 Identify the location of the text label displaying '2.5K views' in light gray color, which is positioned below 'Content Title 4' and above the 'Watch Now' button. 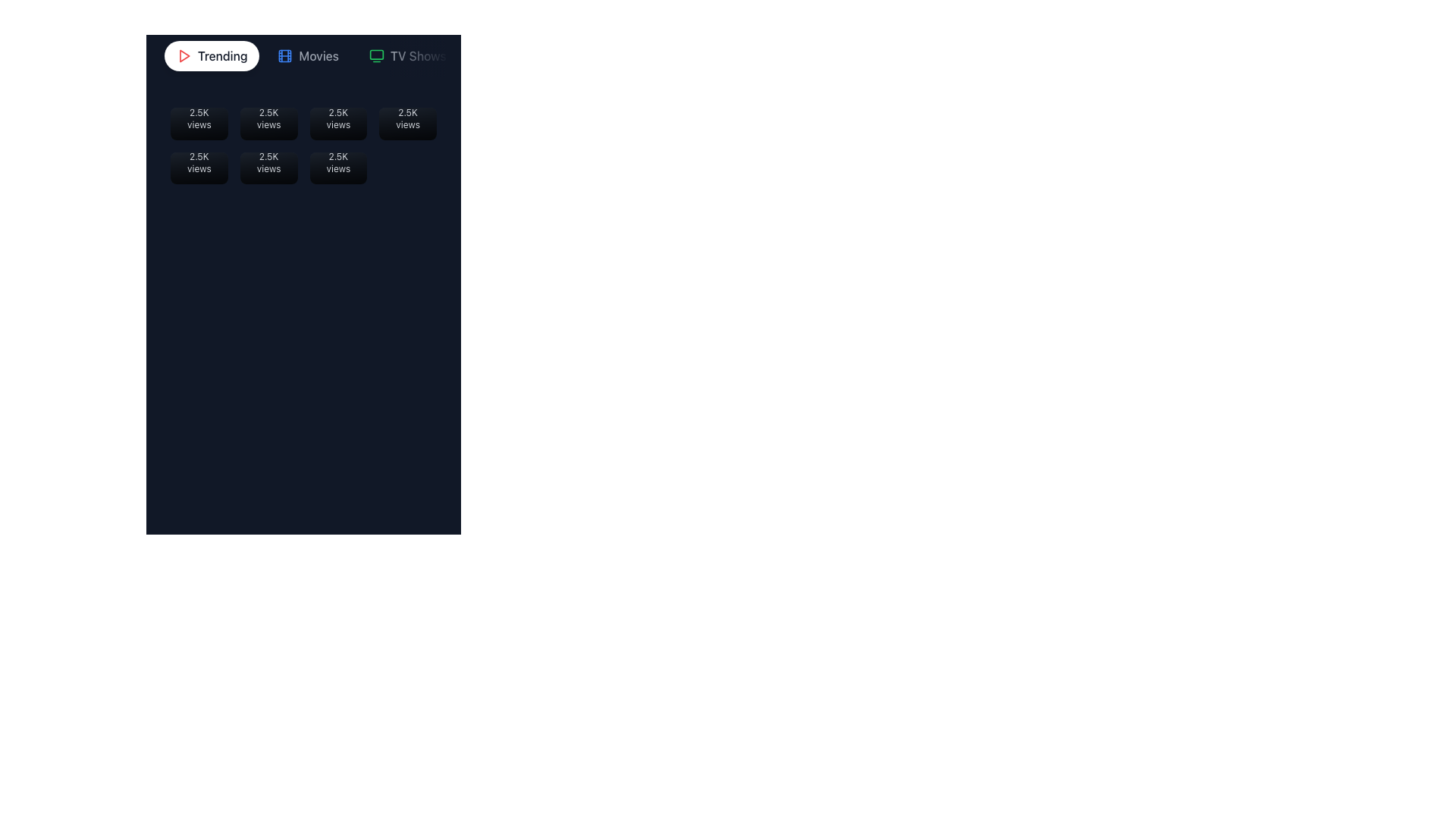
(408, 110).